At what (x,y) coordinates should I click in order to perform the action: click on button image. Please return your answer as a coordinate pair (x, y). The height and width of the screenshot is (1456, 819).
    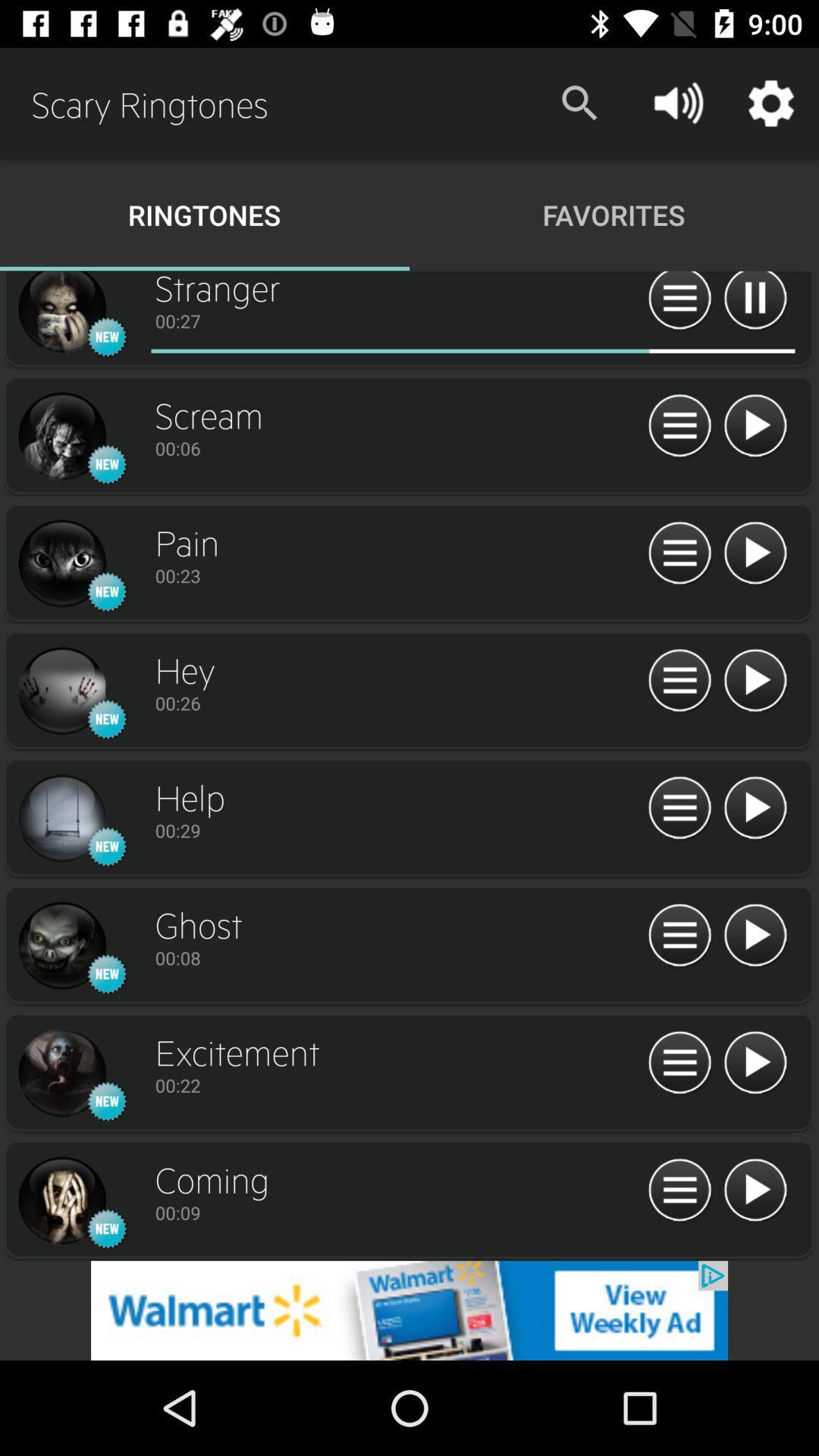
    Looking at the image, I should click on (61, 691).